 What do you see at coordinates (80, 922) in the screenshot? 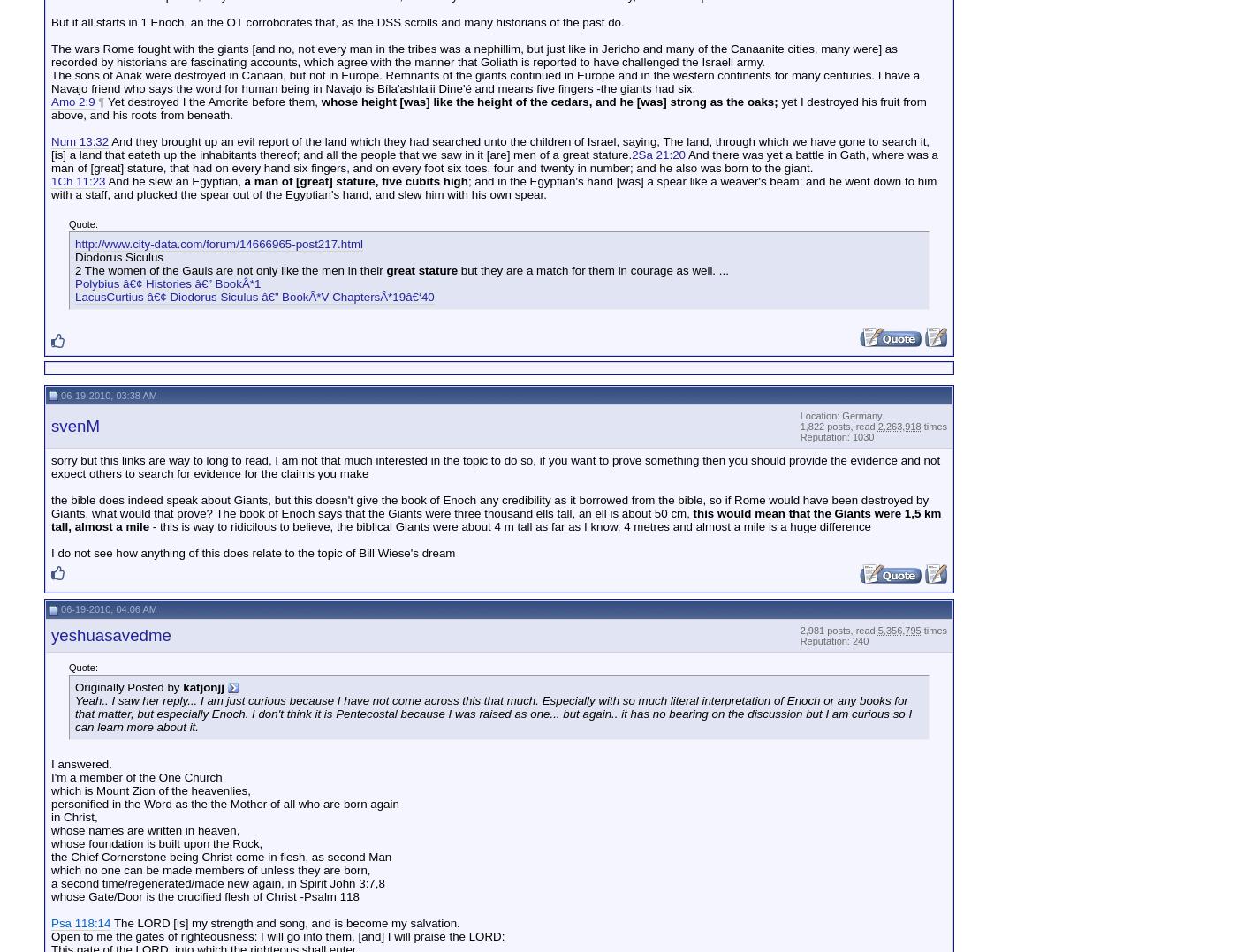
I see `'Psa 118:14'` at bounding box center [80, 922].